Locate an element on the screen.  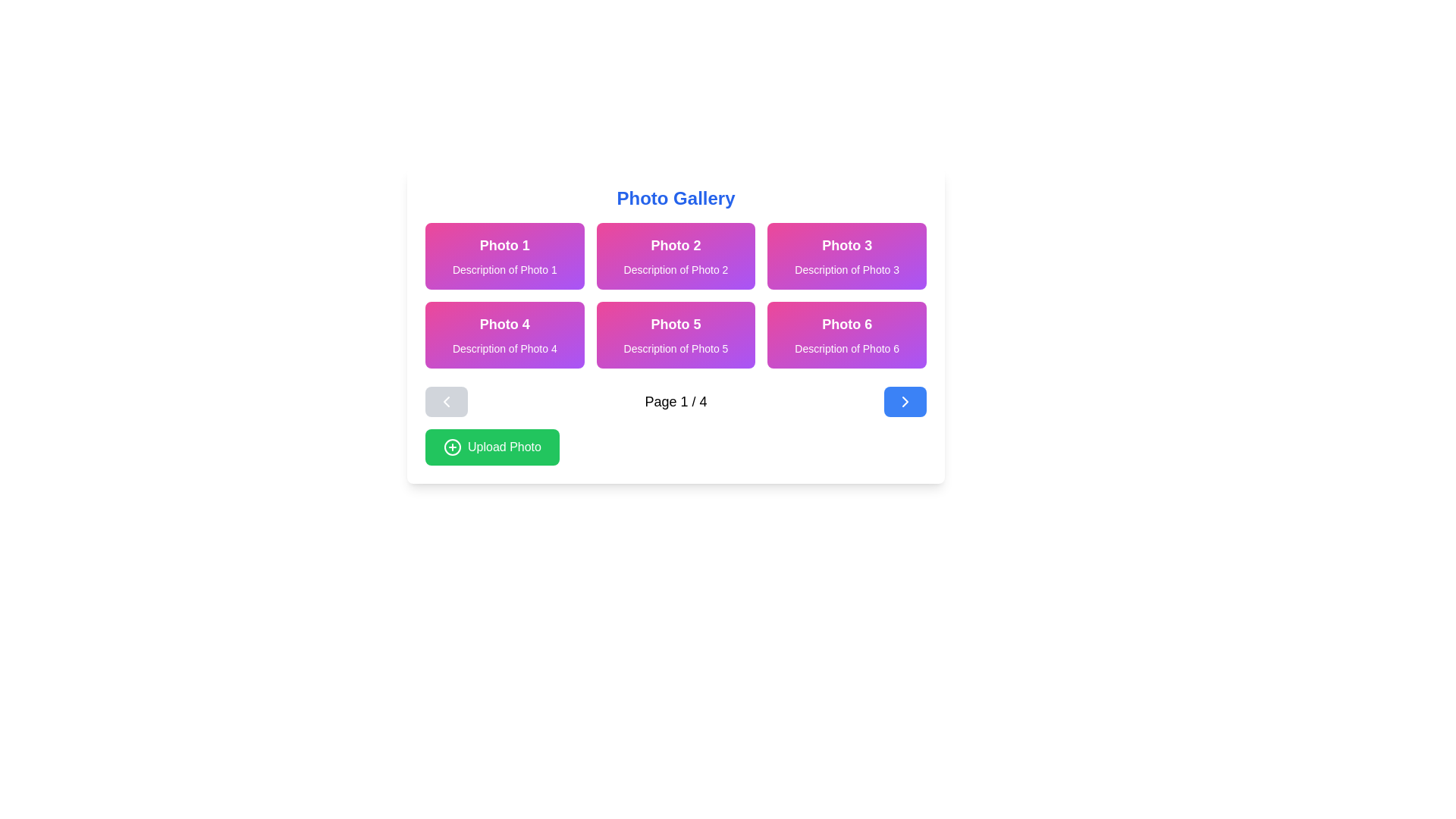
text label 'Description of Photo 3' located at the bottom of the 'Photo 3' card, which is styled with a small font and positioned centrally in the top-right corner of the grid layout is located at coordinates (846, 268).